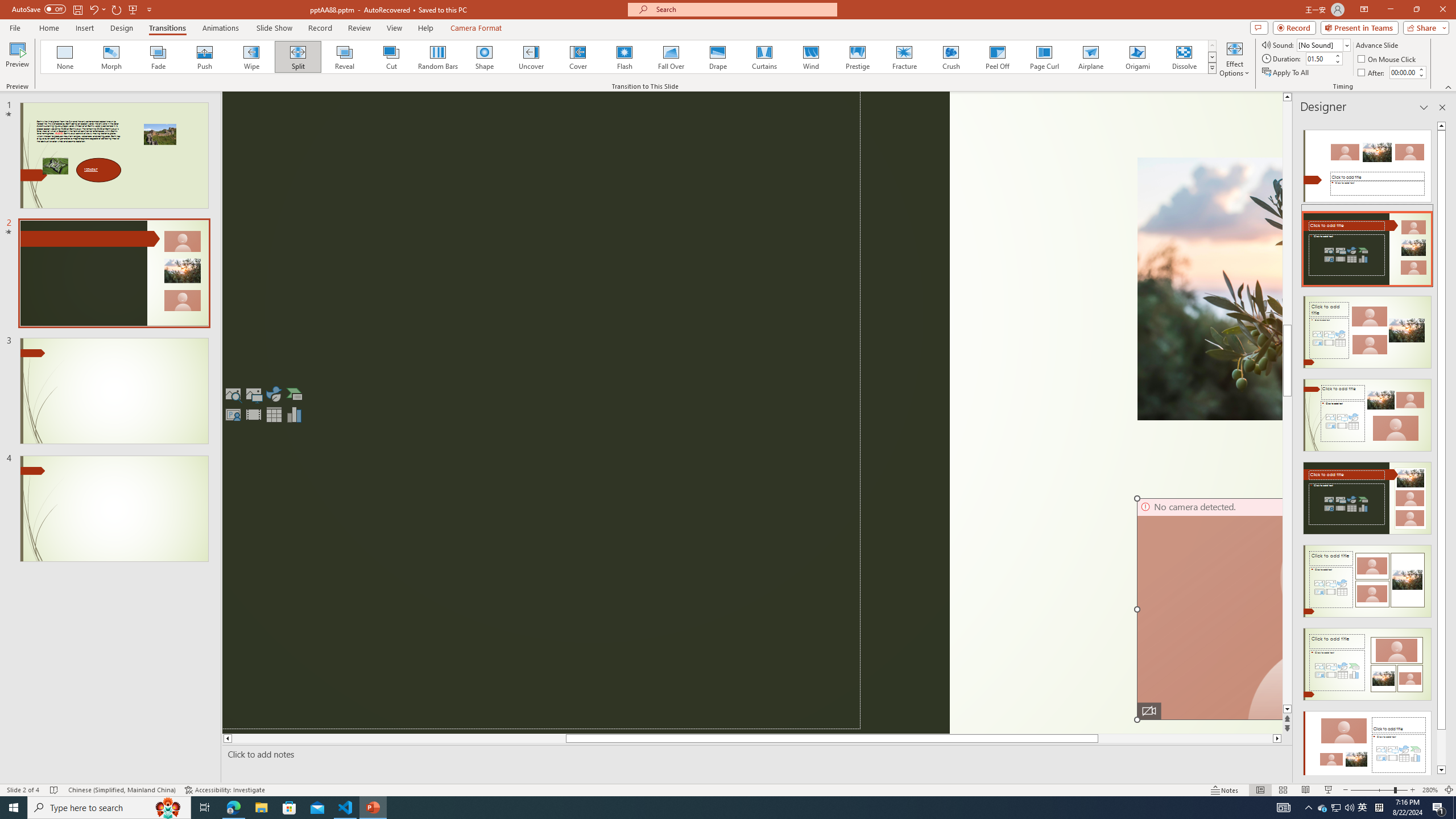 The image size is (1456, 819). I want to click on 'Insert Table', so click(274, 413).